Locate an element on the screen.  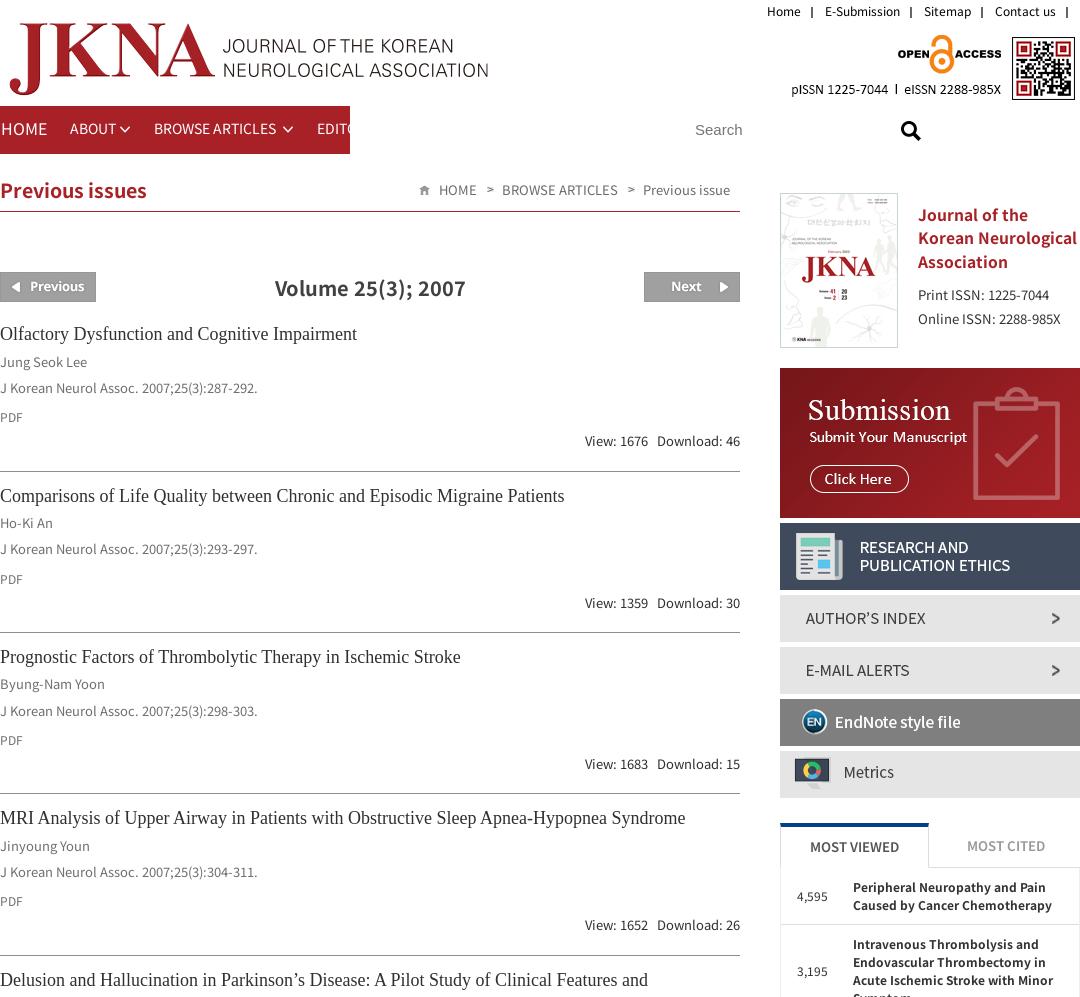
'Previous issue' is located at coordinates (643, 189).